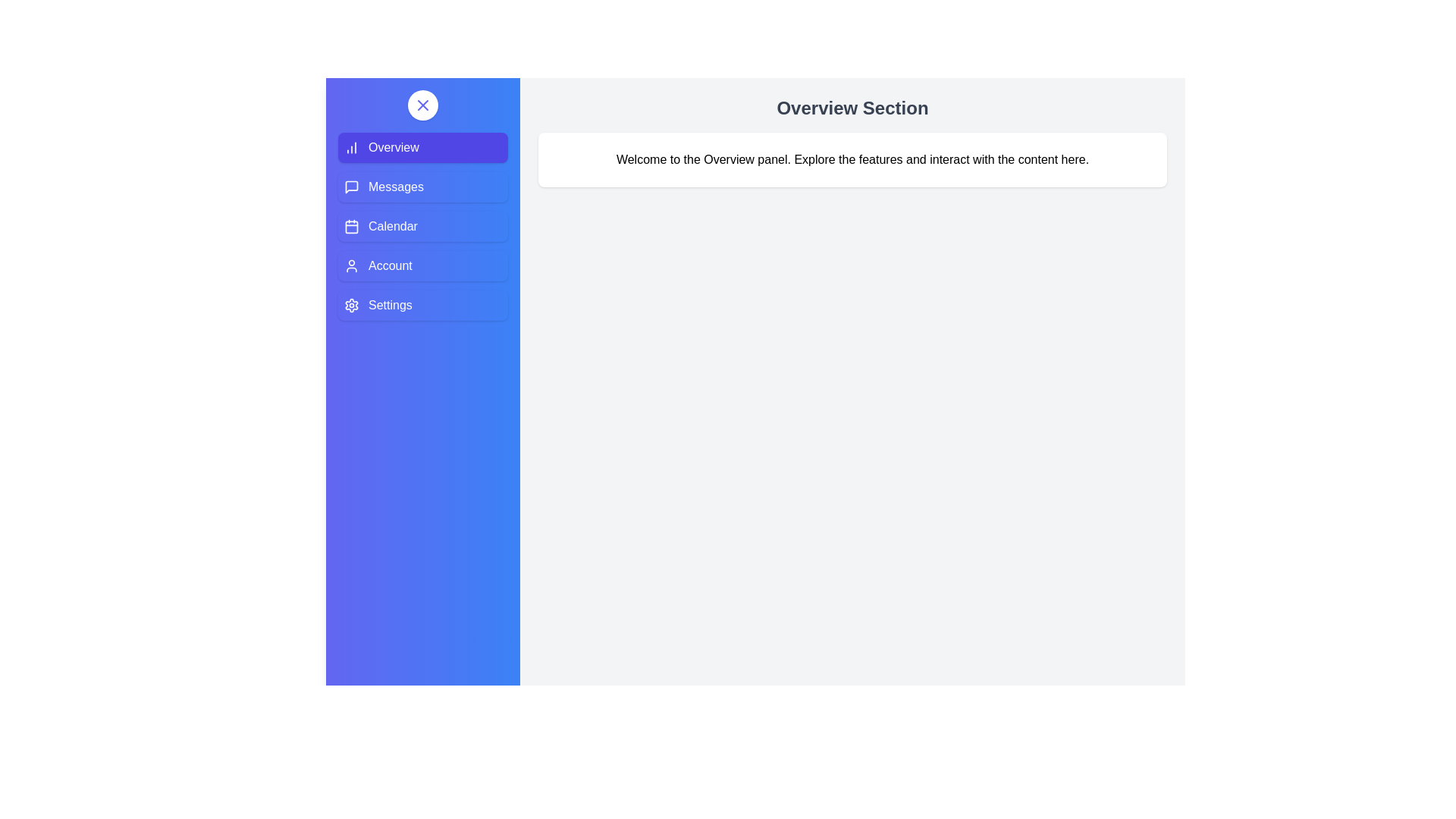 Image resolution: width=1456 pixels, height=819 pixels. I want to click on the Settings tab from the sidebar, so click(422, 305).